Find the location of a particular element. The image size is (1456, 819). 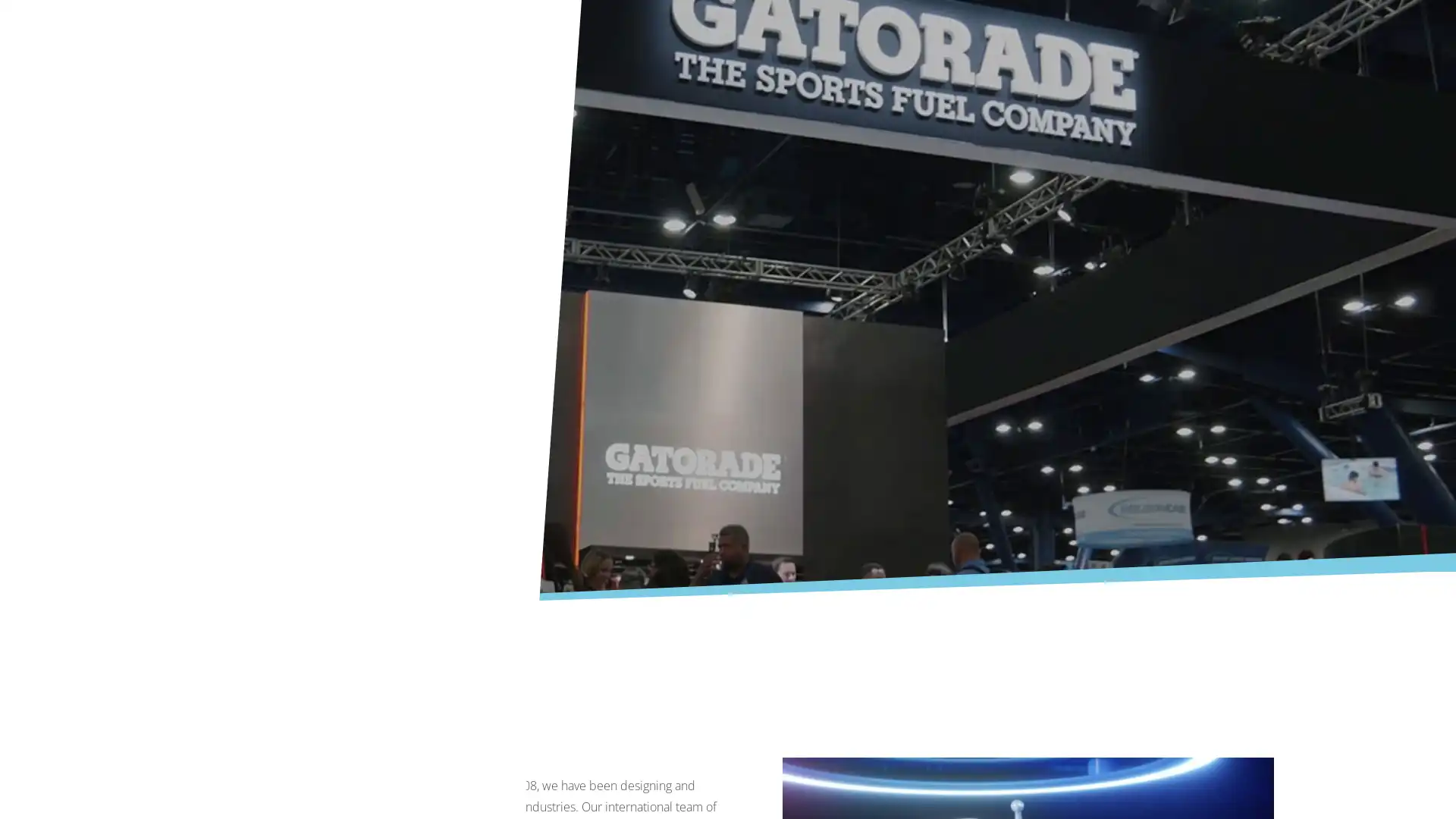

More Information is located at coordinates (700, 785).